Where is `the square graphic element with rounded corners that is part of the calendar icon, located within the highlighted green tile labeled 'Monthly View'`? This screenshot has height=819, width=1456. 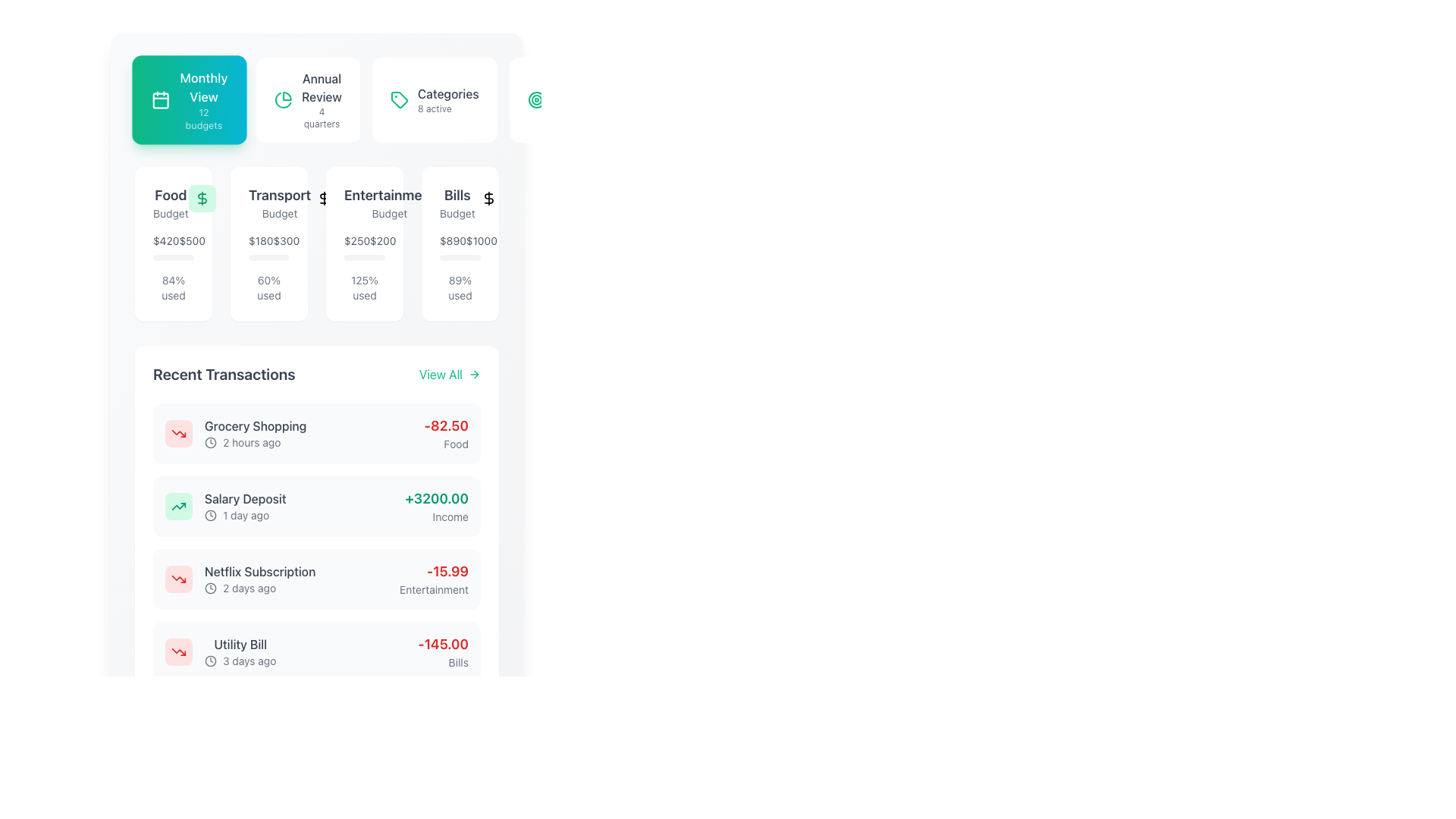
the square graphic element with rounded corners that is part of the calendar icon, located within the highlighted green tile labeled 'Monthly View' is located at coordinates (161, 101).